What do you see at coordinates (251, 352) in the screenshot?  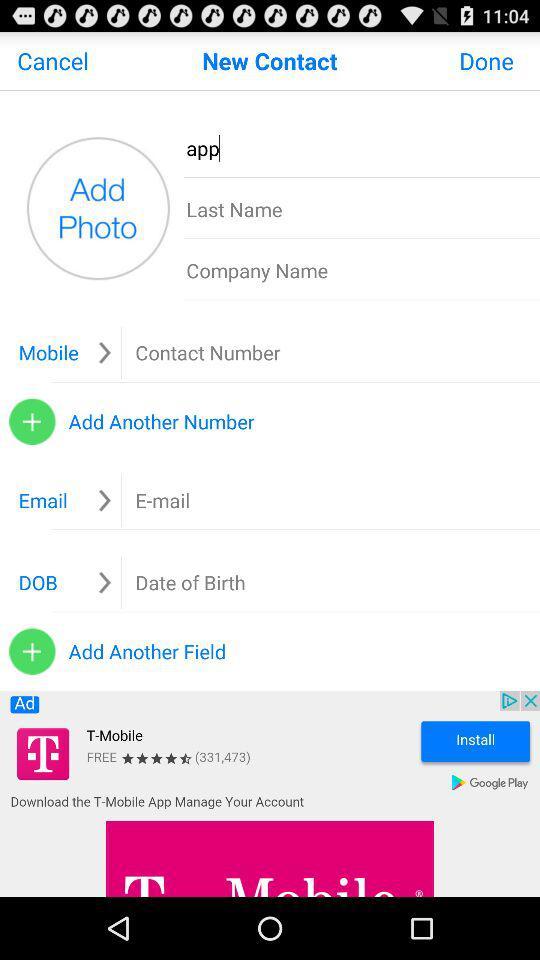 I see `mobile phone field for new contact` at bounding box center [251, 352].